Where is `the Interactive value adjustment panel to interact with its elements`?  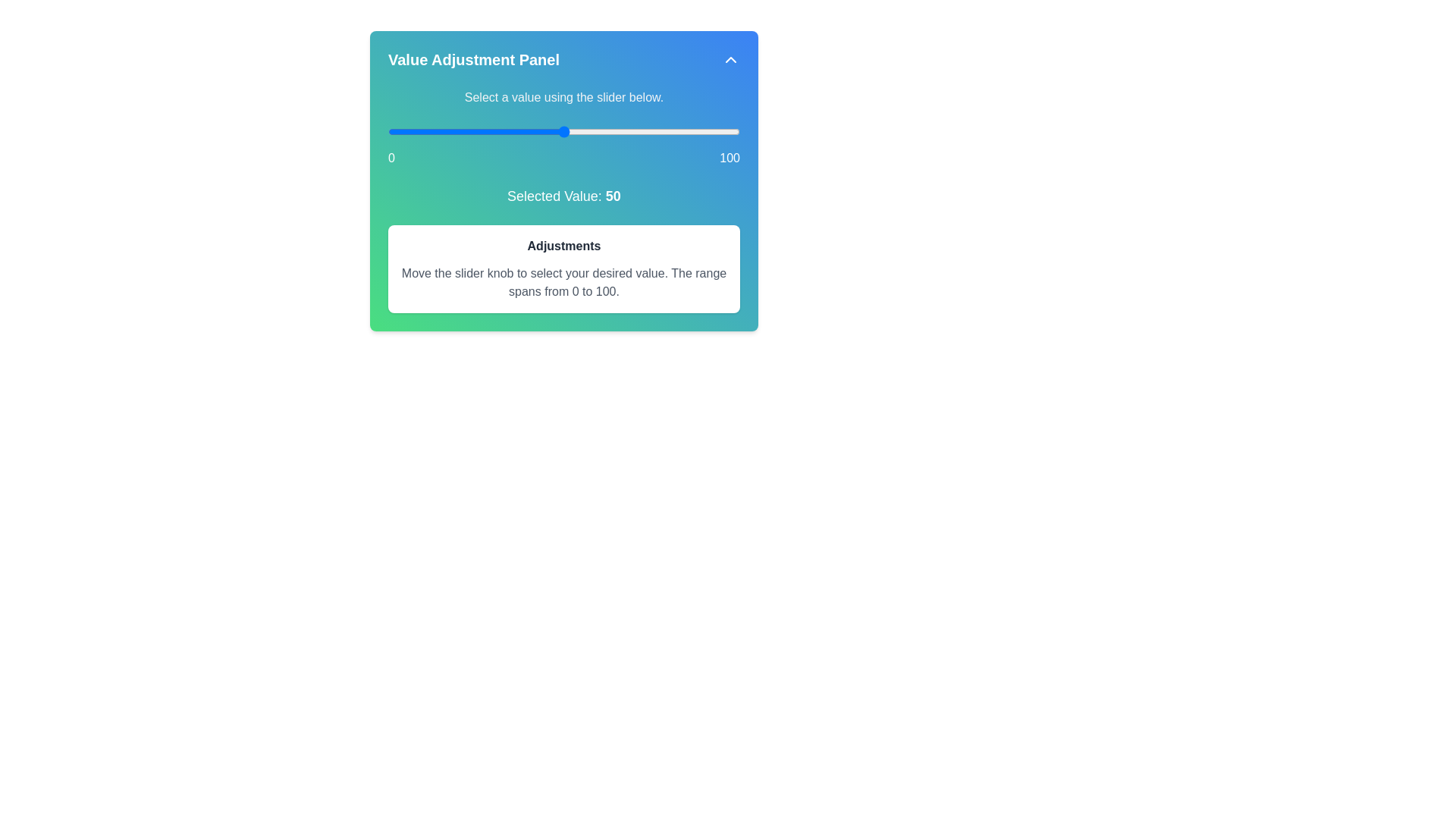
the Interactive value adjustment panel to interact with its elements is located at coordinates (563, 180).